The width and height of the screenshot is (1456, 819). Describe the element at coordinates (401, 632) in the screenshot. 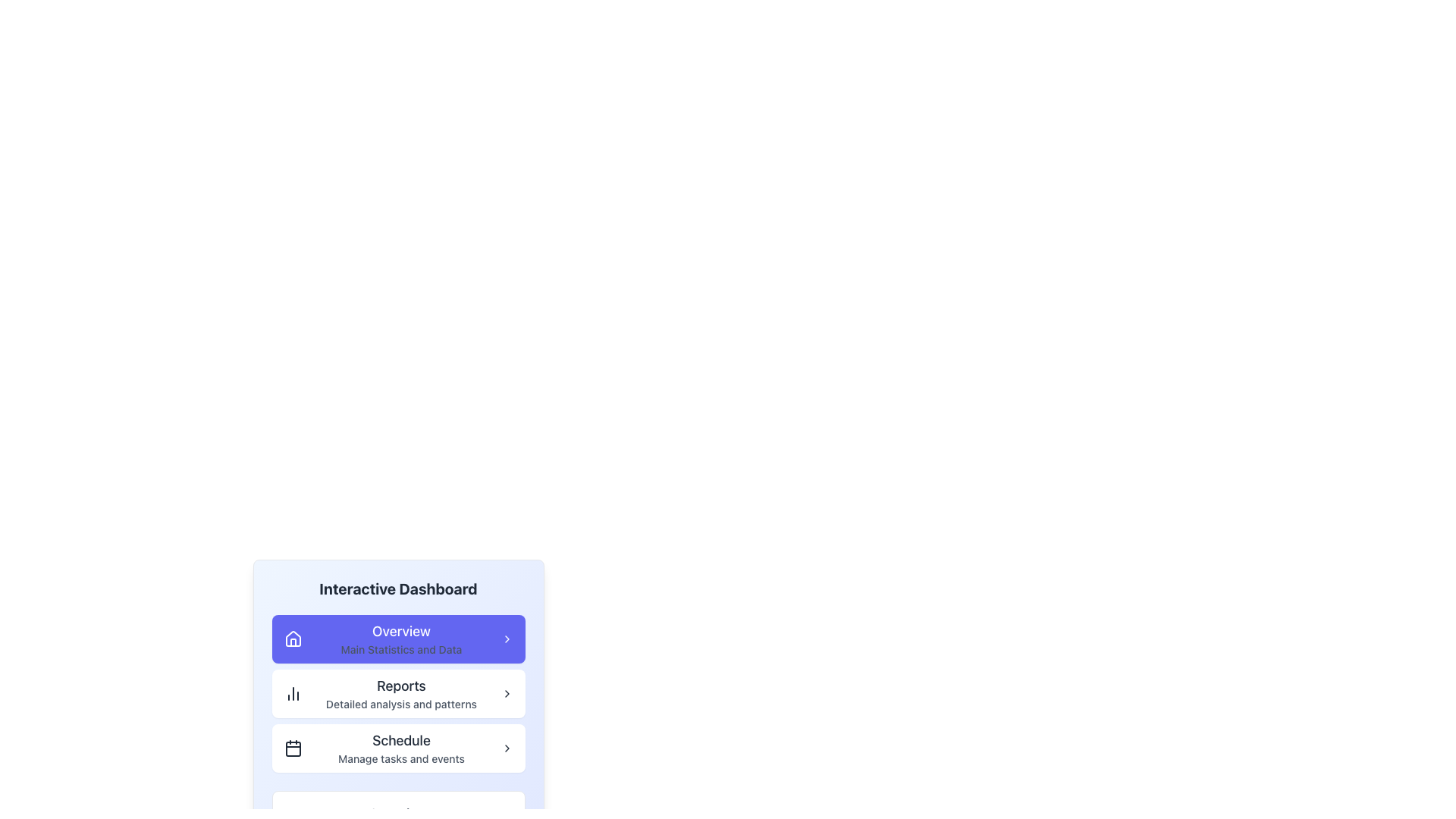

I see `the 'Overview' text label within the purple button located at the top of the navigation panel` at that location.